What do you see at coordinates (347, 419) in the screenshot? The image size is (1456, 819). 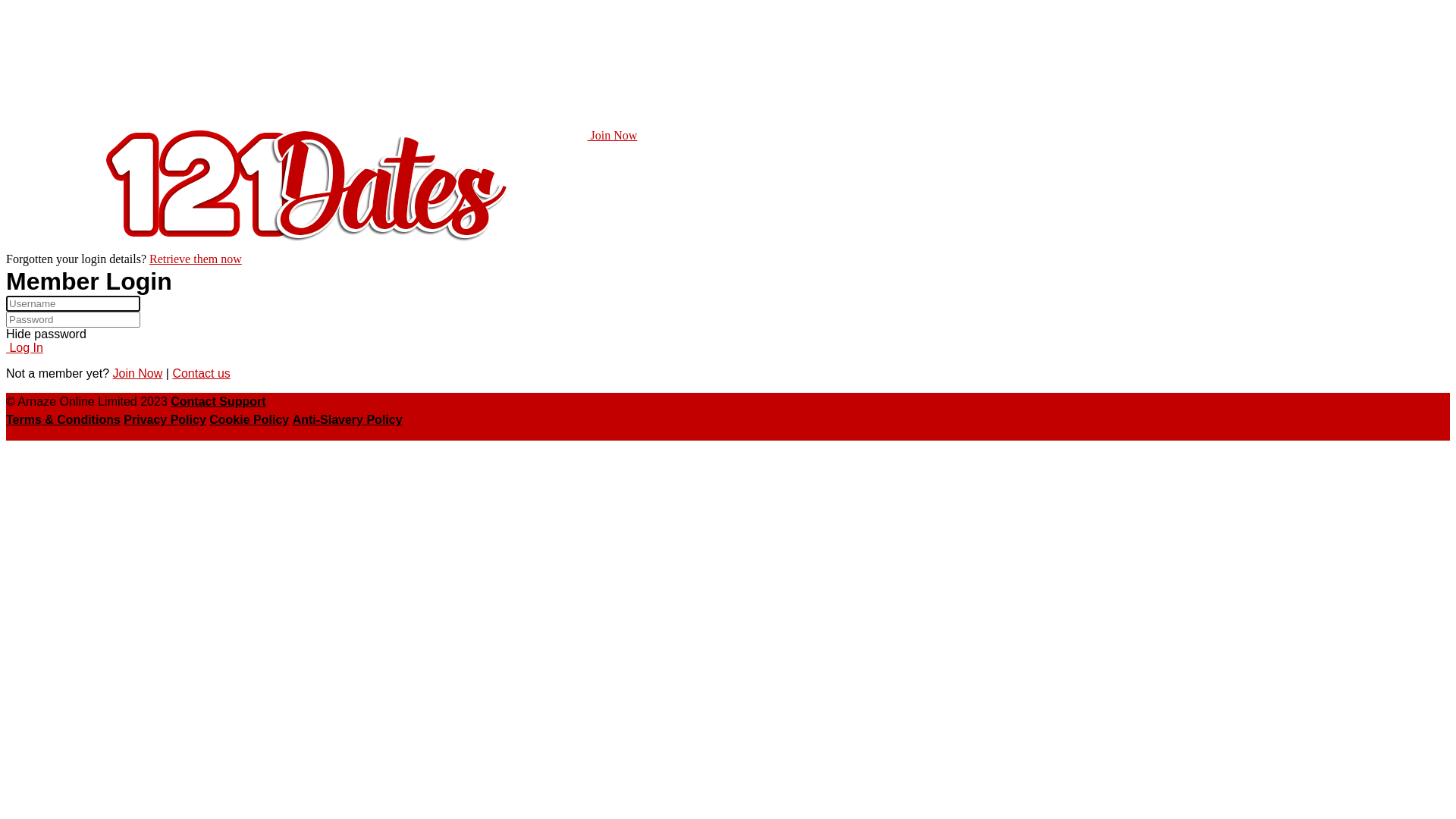 I see `'Anti-Slavery Policy'` at bounding box center [347, 419].